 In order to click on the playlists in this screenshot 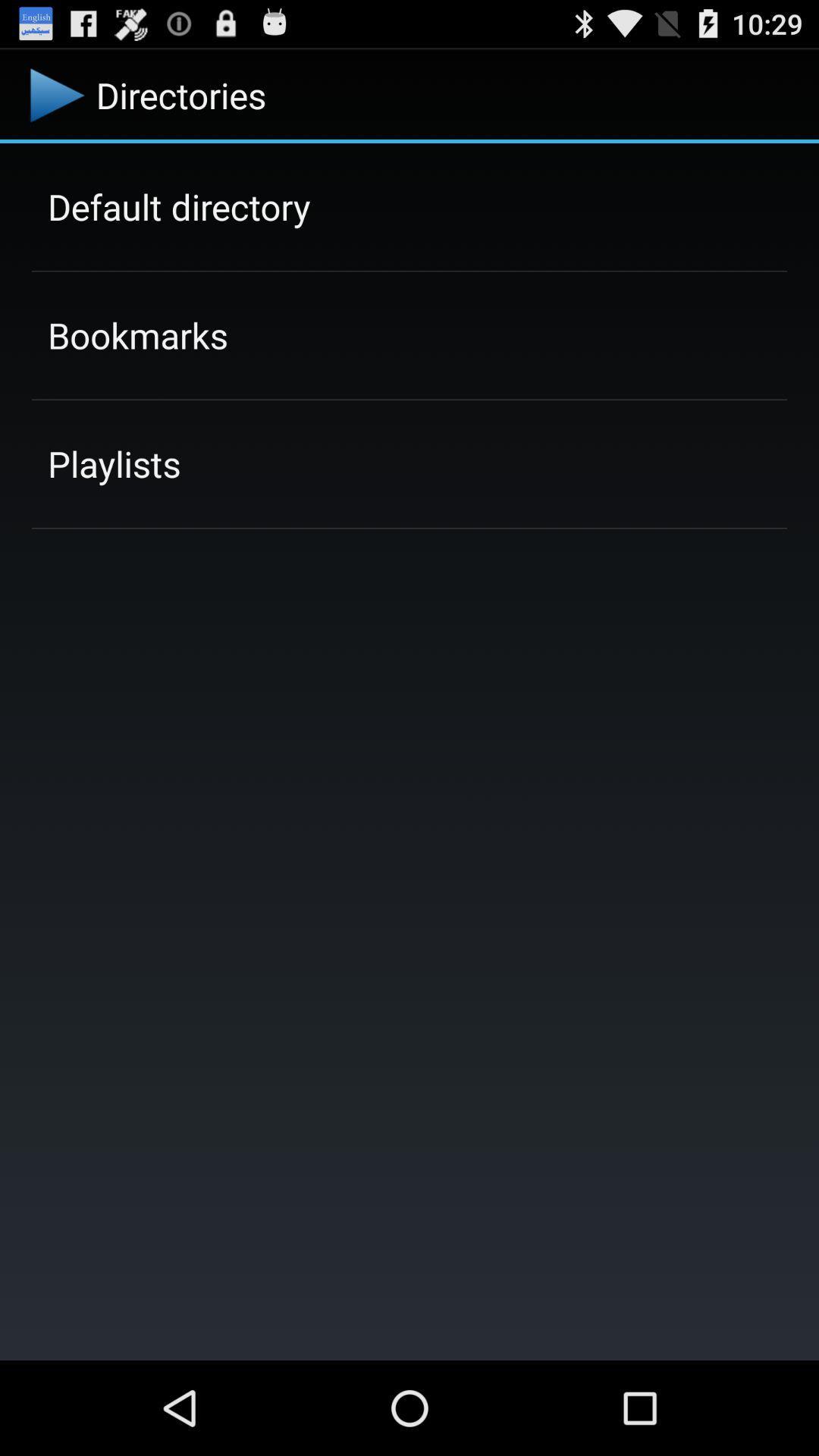, I will do `click(113, 463)`.